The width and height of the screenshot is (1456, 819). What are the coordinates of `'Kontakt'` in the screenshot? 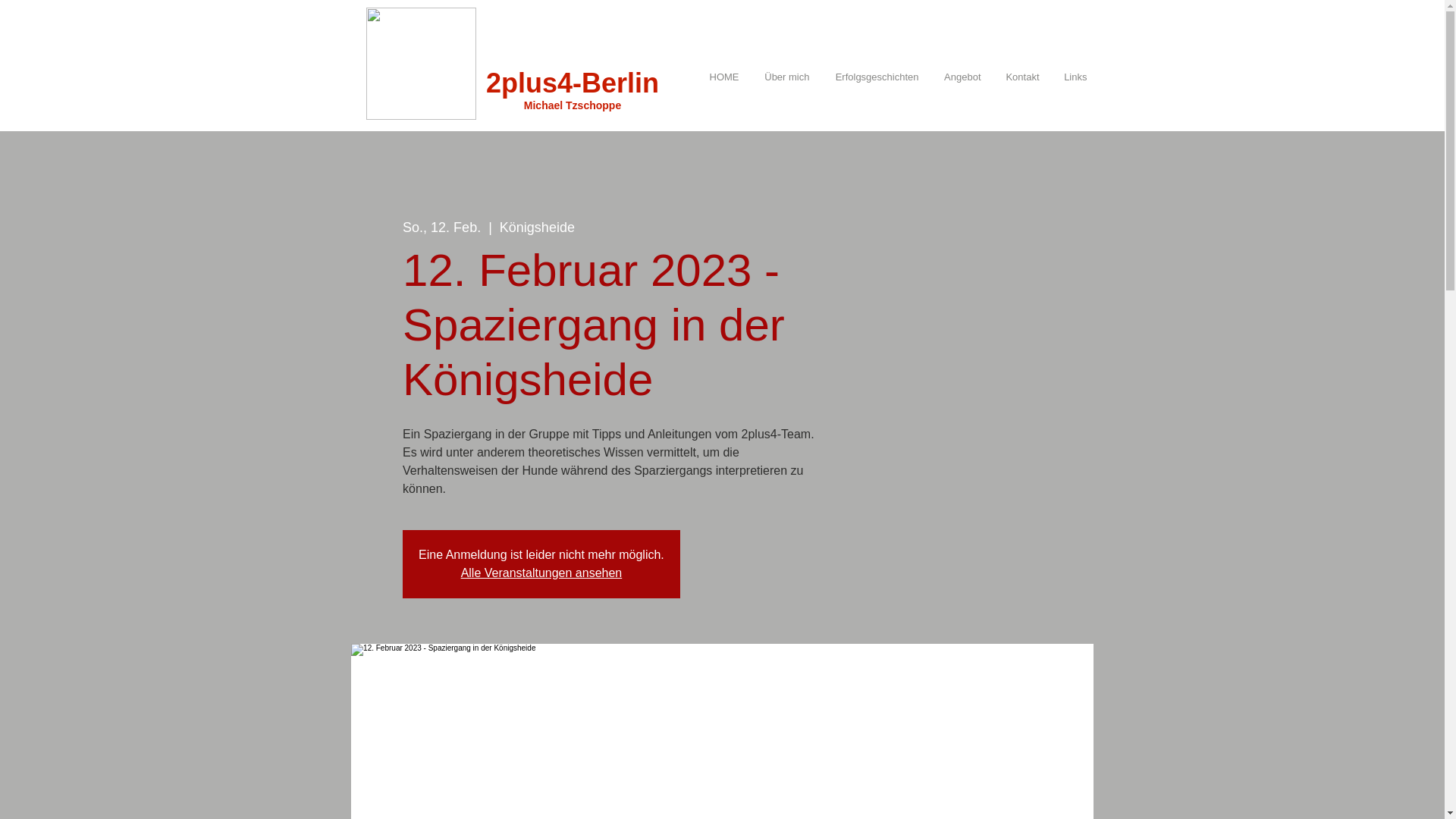 It's located at (1018, 77).